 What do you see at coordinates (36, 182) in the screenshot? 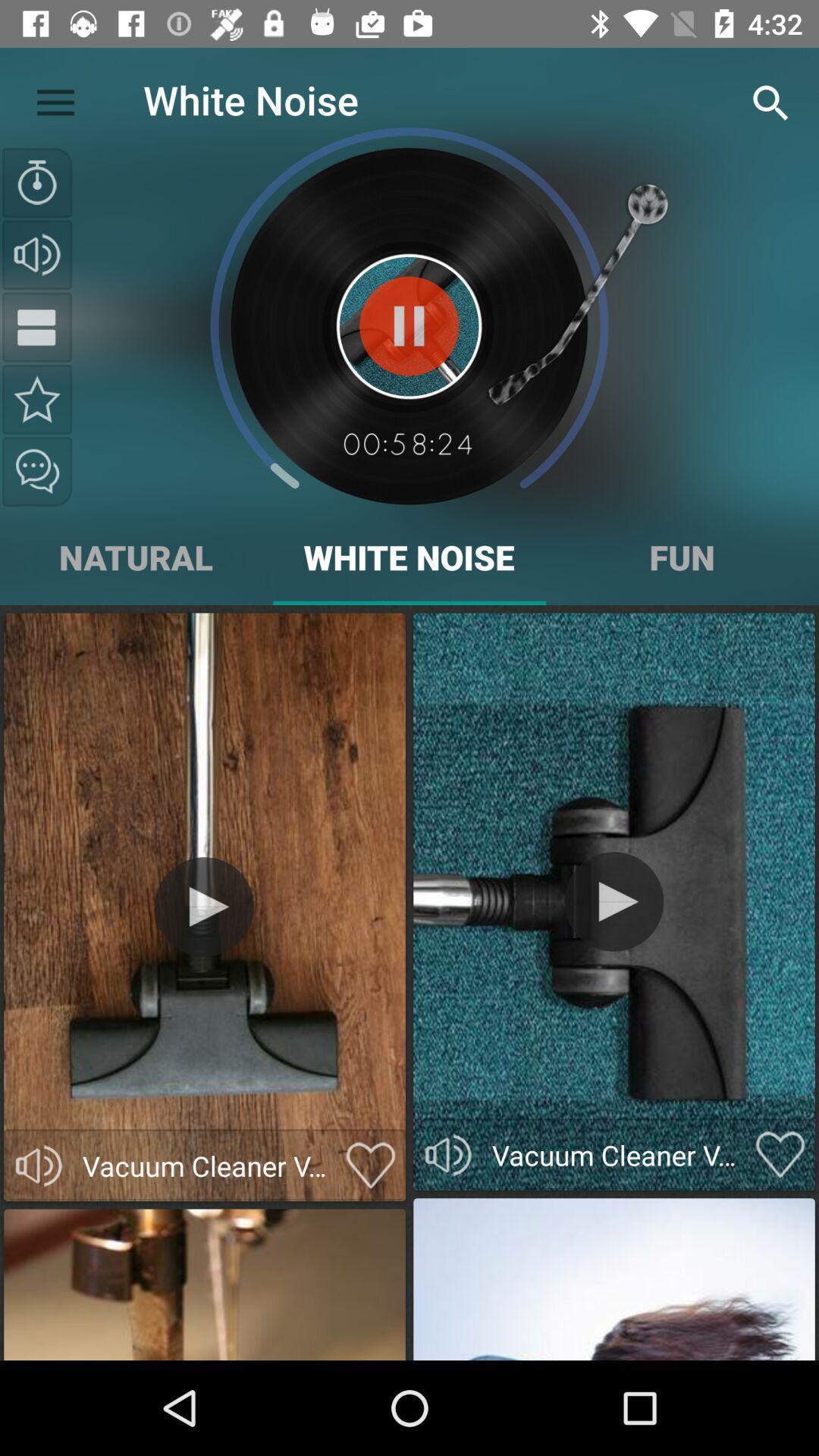
I see `the time icon` at bounding box center [36, 182].